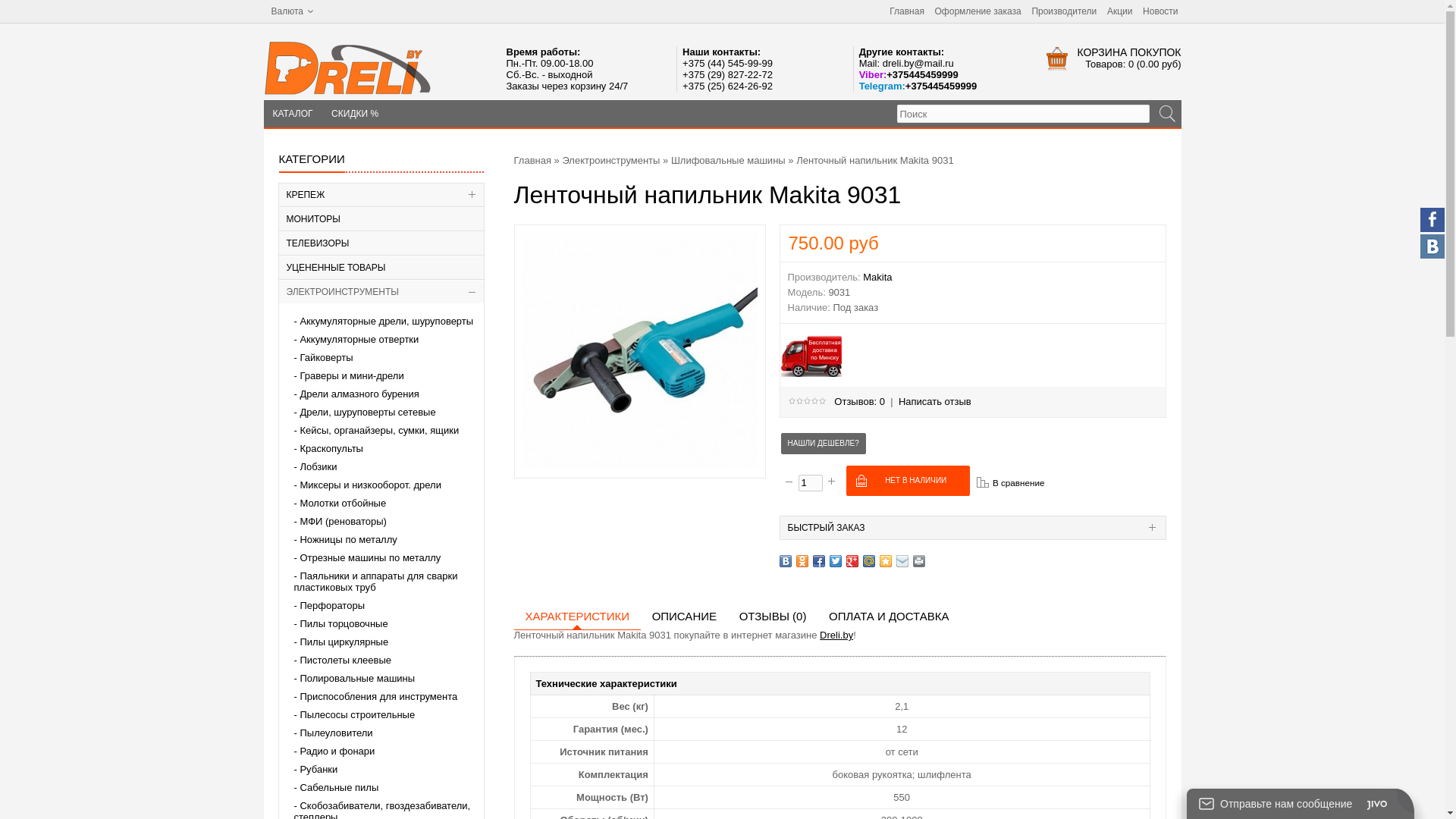 This screenshot has width=1456, height=819. Describe the element at coordinates (818, 635) in the screenshot. I see `'Dreli.by'` at that location.